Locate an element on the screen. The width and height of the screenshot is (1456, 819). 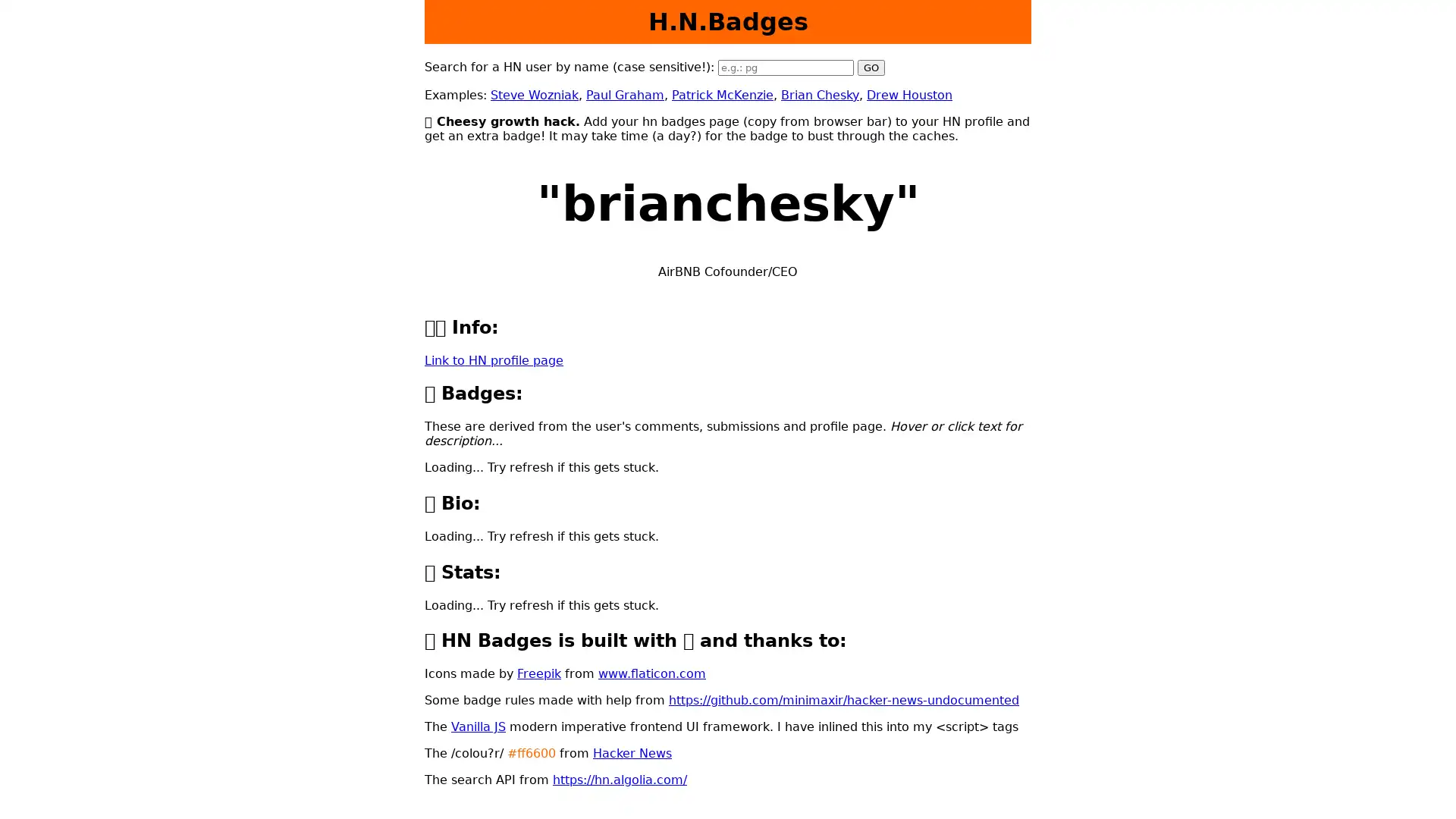
GO is located at coordinates (871, 67).